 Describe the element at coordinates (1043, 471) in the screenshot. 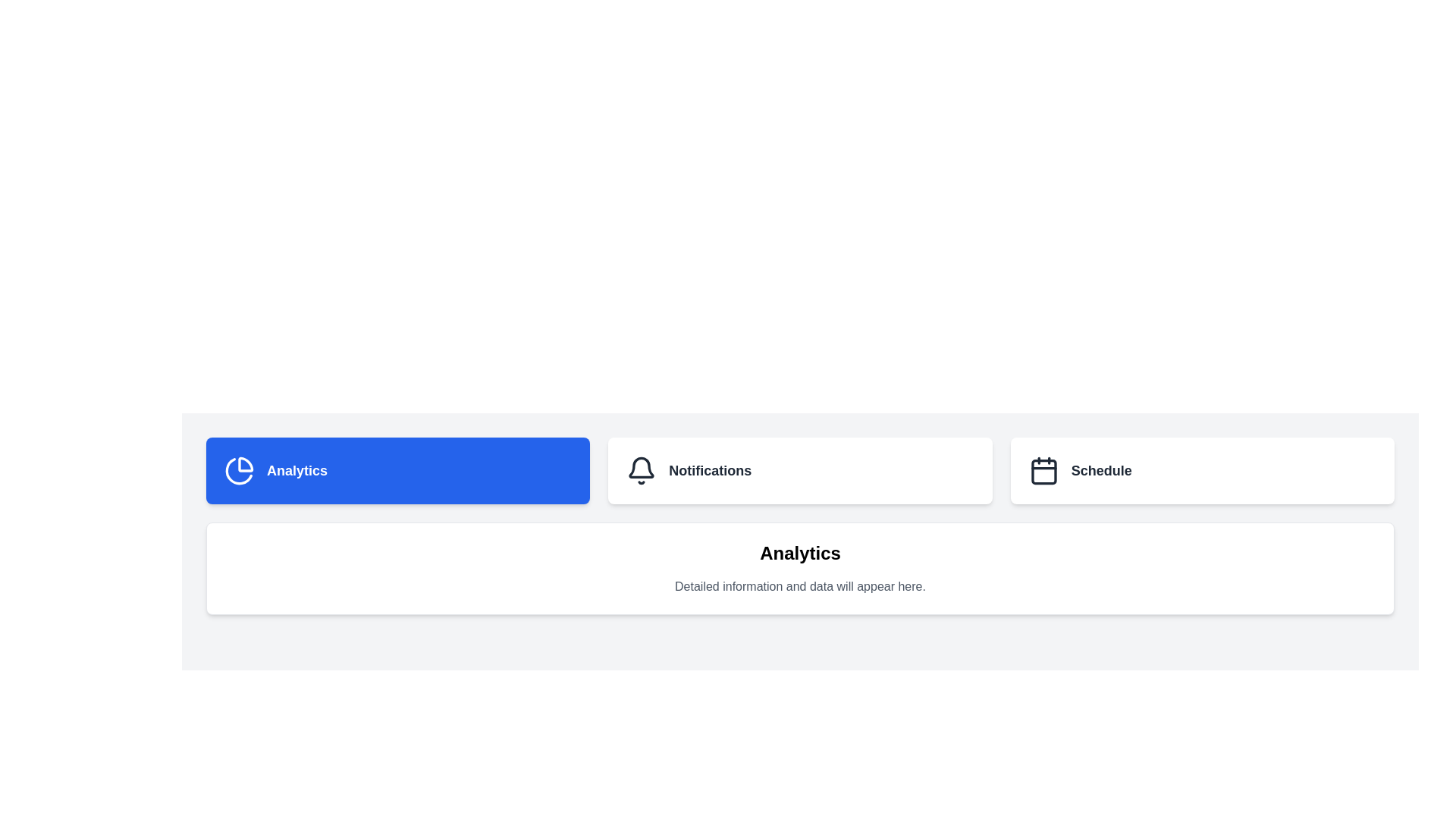

I see `the rectangular component of the calendar icon, which is characterized by its minimalistic design and is located near the 'Schedule' label` at that location.